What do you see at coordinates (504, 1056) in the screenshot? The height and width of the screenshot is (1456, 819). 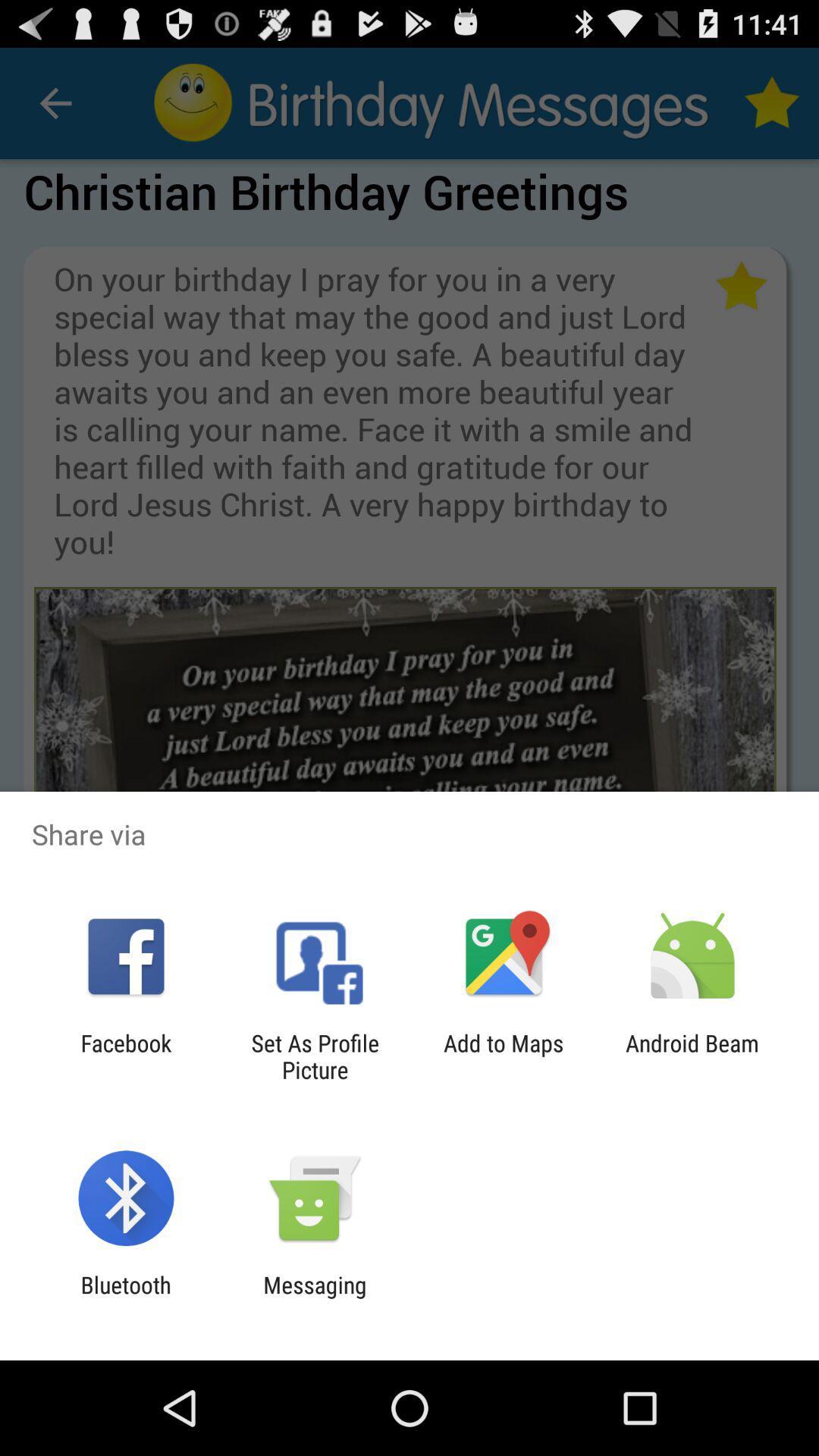 I see `the add to maps` at bounding box center [504, 1056].